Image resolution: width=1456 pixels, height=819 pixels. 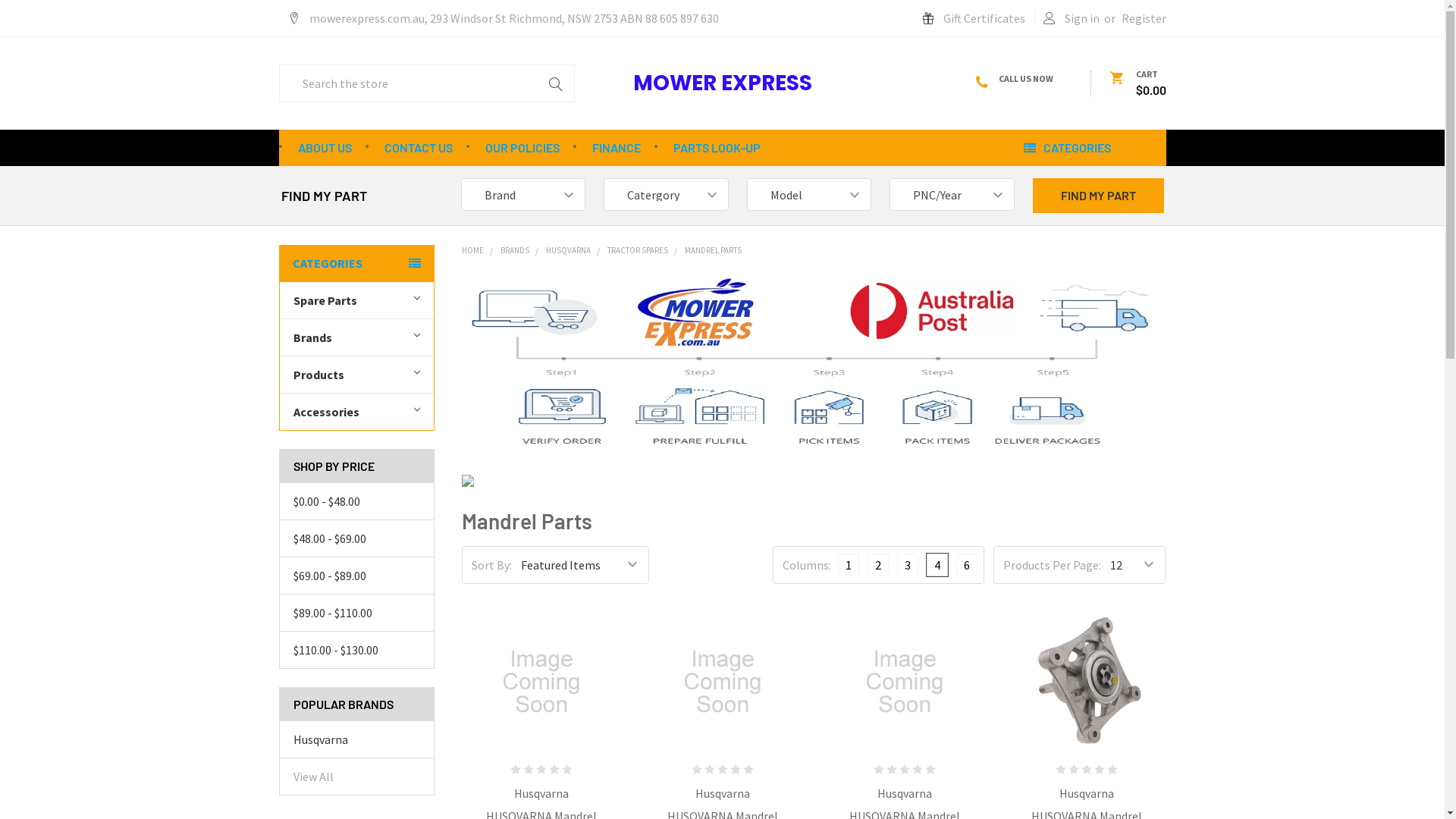 I want to click on 'HOME', so click(x=472, y=249).